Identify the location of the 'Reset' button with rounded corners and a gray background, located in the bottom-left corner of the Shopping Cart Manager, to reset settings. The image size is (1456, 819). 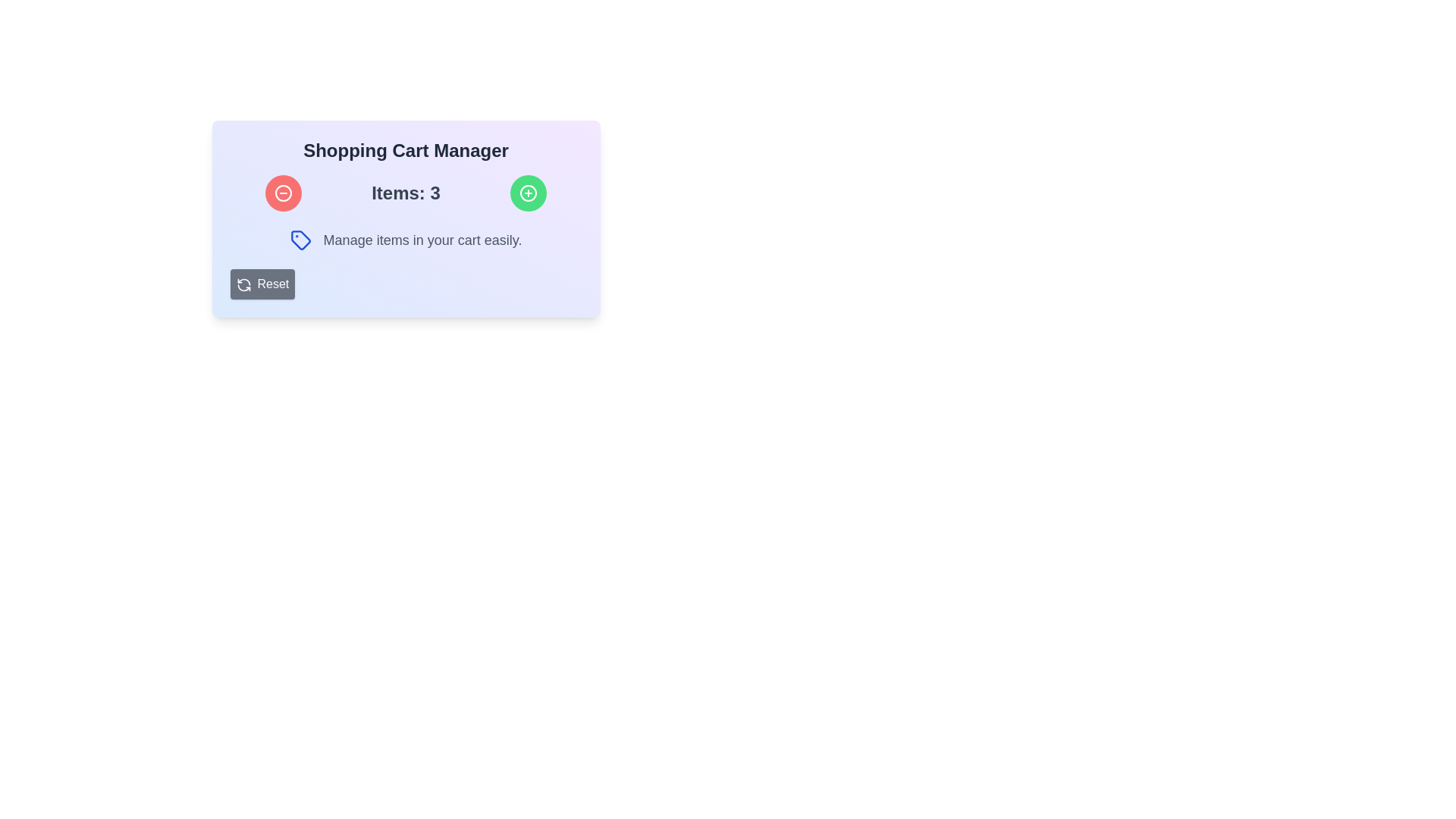
(262, 284).